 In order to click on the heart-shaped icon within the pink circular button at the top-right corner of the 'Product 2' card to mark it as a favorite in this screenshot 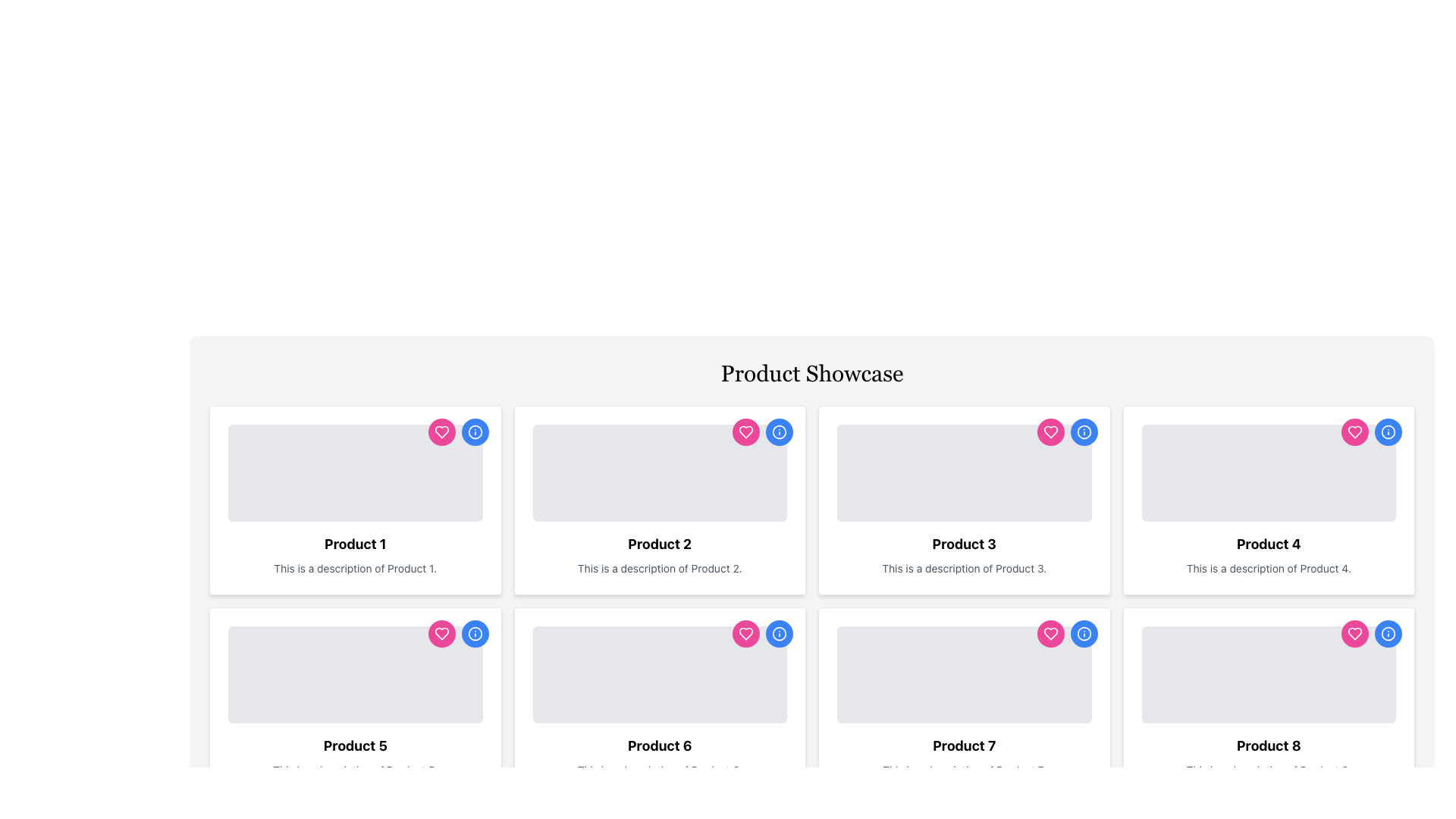, I will do `click(745, 634)`.